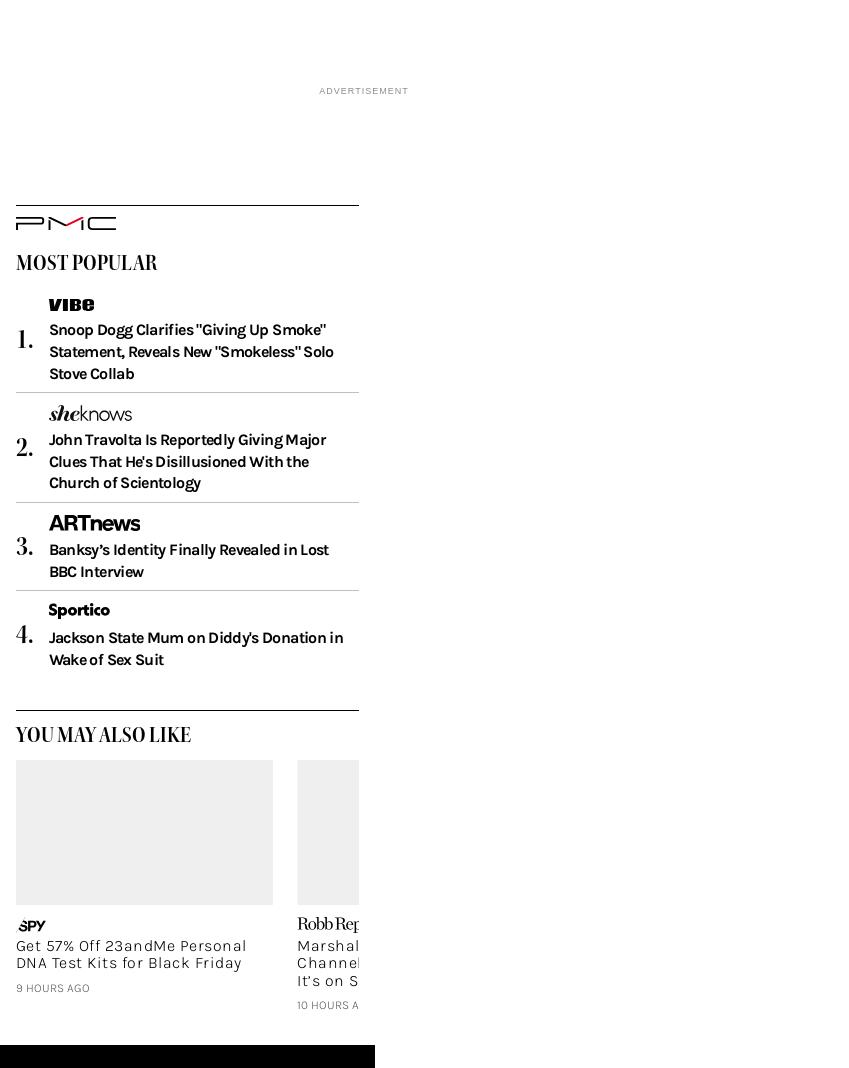 Image resolution: width=849 pixels, height=1068 pixels. I want to click on 'Marshall’s Bluetooth Speaker Channels Your Inner Slash, and It’s on Sale During Black Friday', so click(295, 993).